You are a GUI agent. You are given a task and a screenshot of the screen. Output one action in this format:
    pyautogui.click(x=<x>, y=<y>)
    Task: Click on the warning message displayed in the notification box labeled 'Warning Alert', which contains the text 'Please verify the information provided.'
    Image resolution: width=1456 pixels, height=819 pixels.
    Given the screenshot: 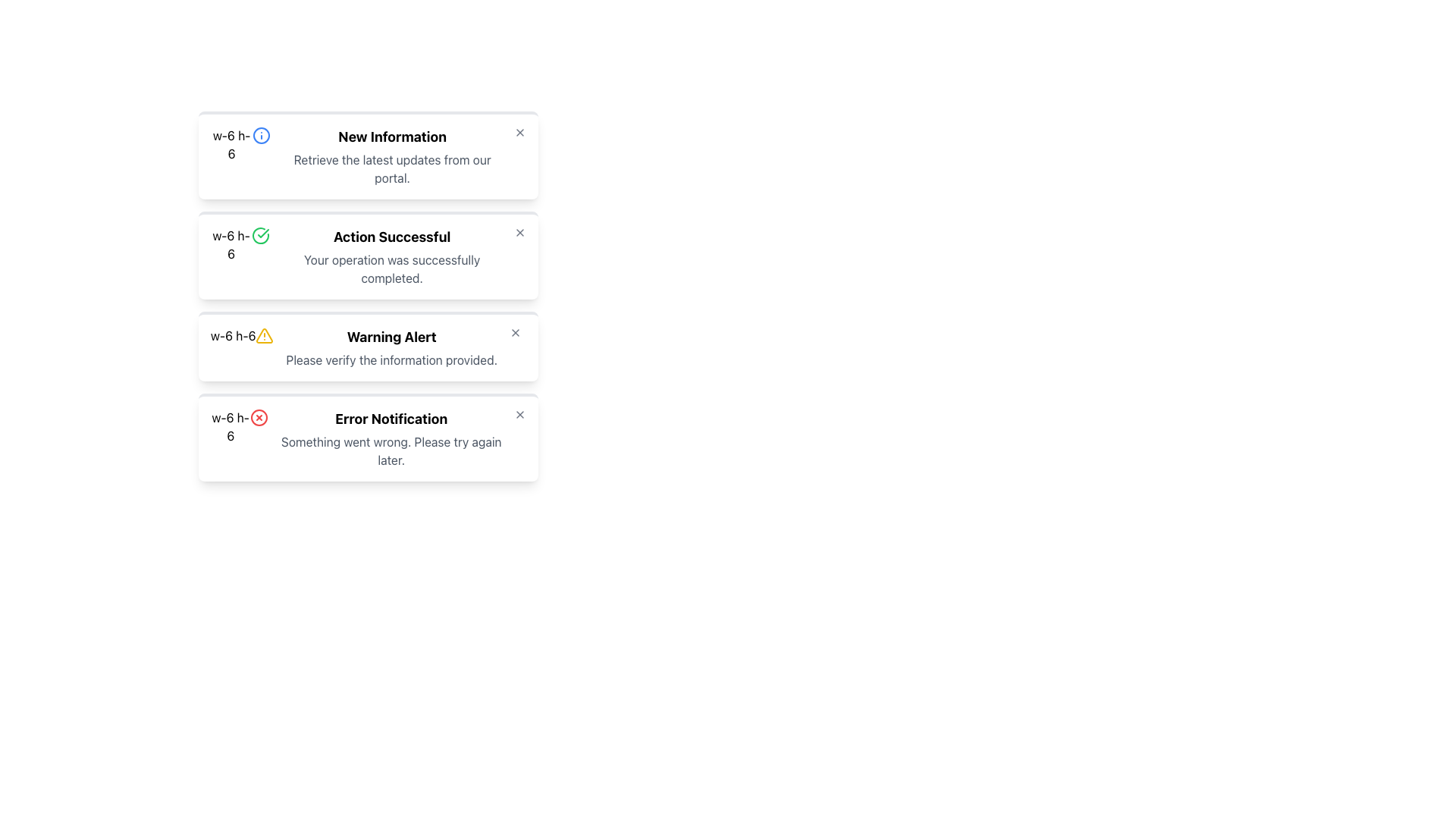 What is the action you would take?
    pyautogui.click(x=391, y=348)
    